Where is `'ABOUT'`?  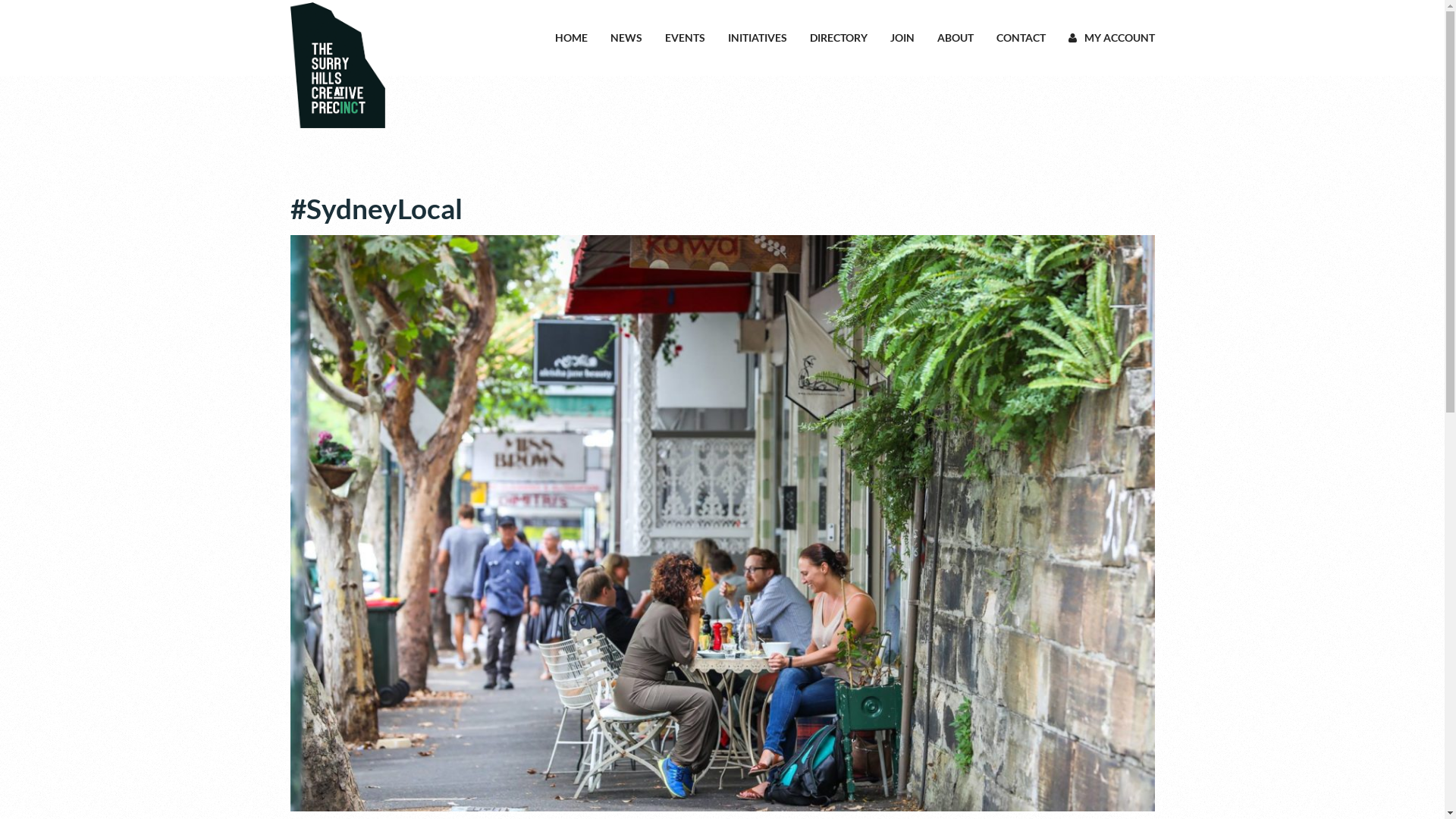
'ABOUT' is located at coordinates (954, 37).